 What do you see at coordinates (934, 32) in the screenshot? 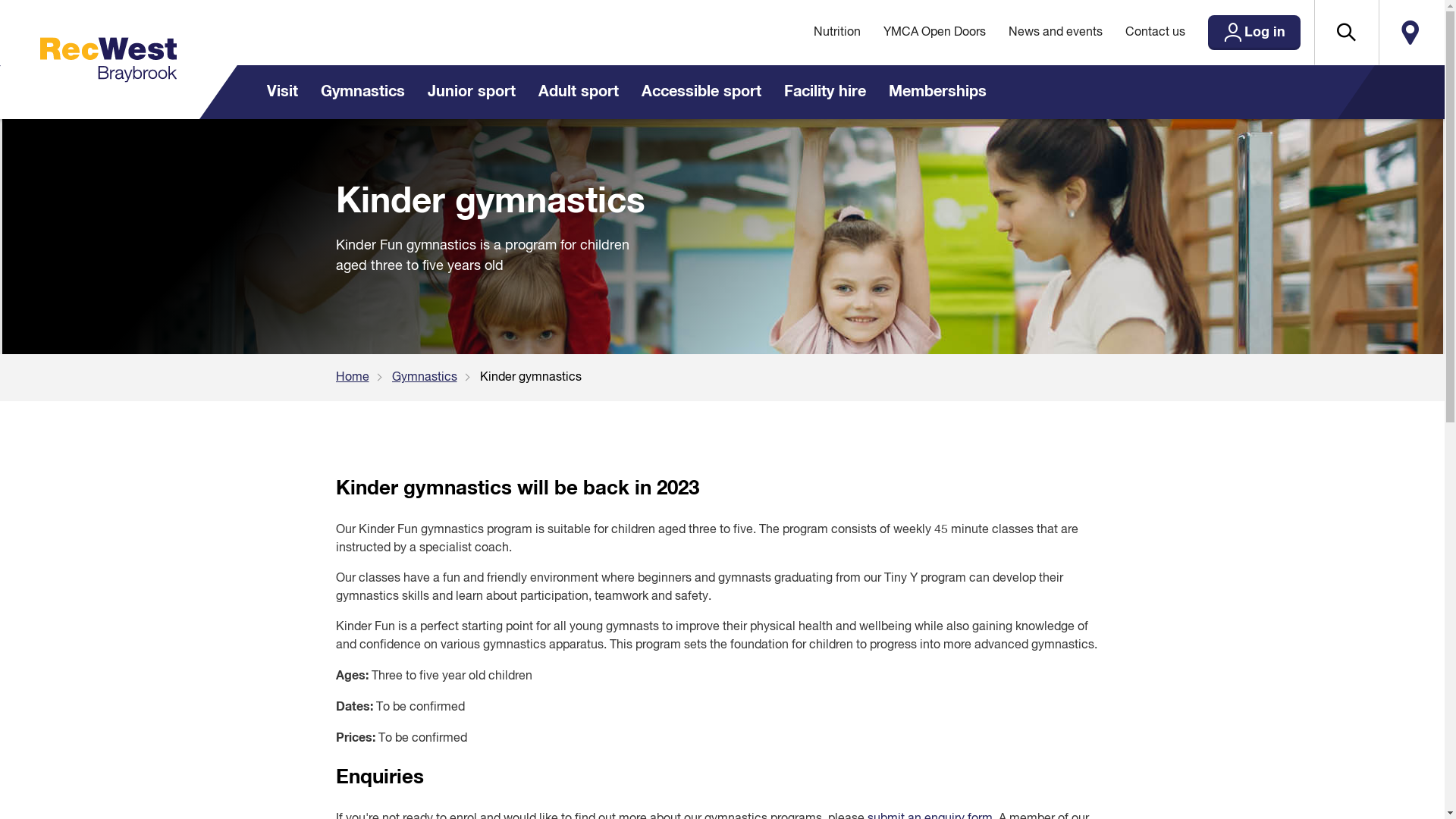
I see `'YMCA Open Doors'` at bounding box center [934, 32].